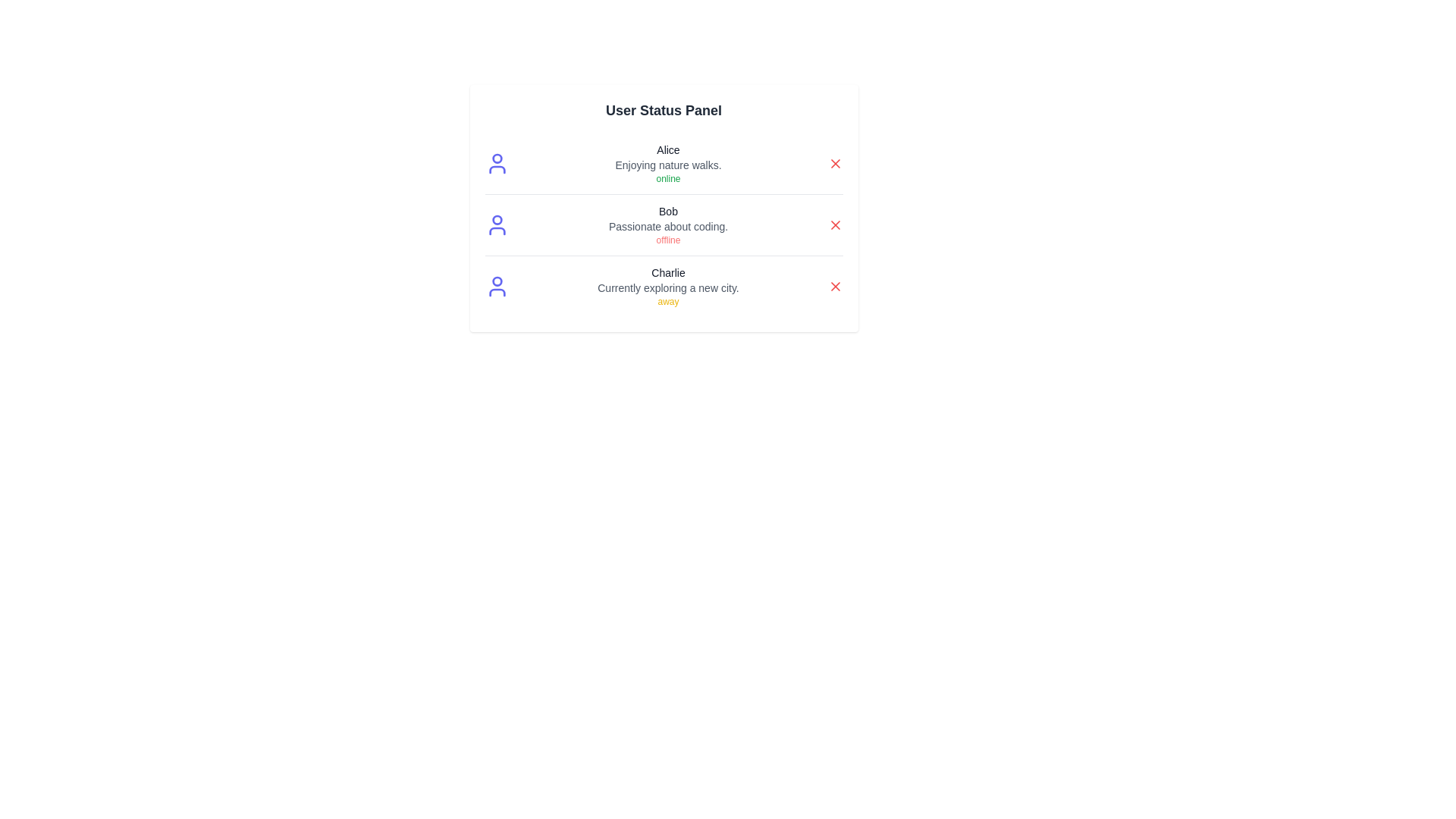 The width and height of the screenshot is (1456, 819). I want to click on the lower portion of the user profile icon representing the torso for the user 'Bob', so click(497, 231).